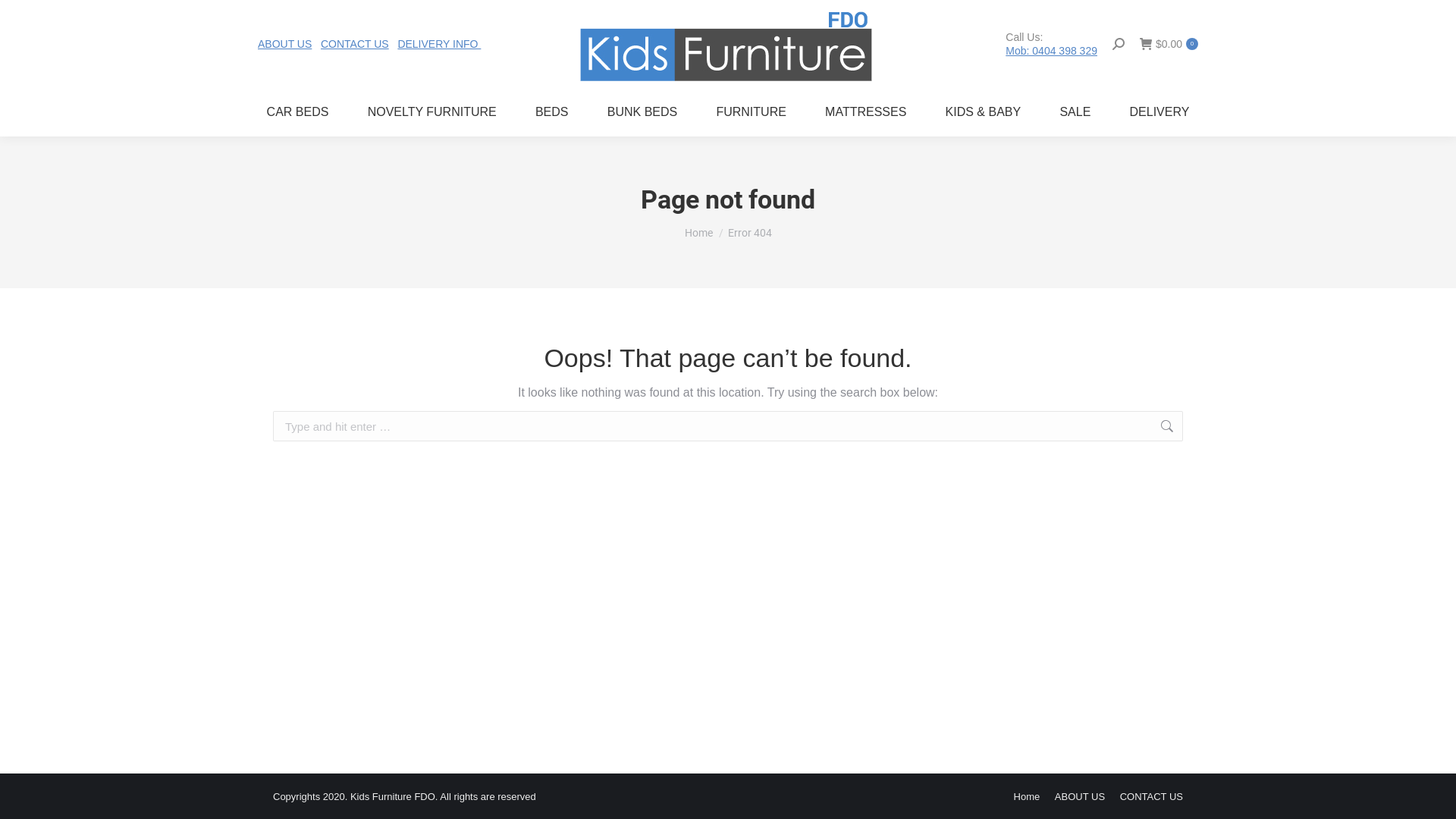 This screenshot has width=1456, height=819. Describe the element at coordinates (1079, 795) in the screenshot. I see `'ABOUT US'` at that location.